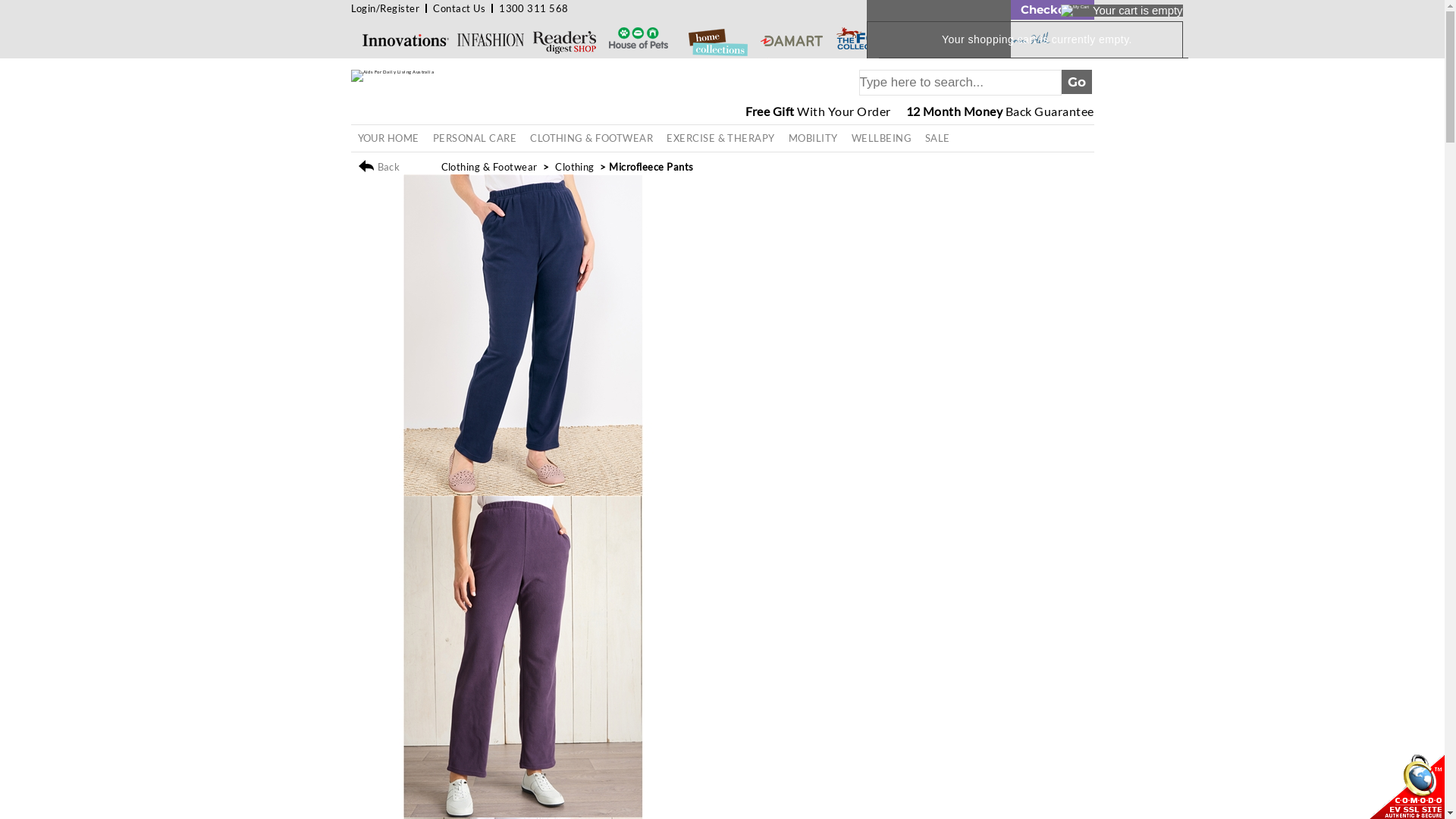 Image resolution: width=1456 pixels, height=819 pixels. Describe the element at coordinates (384, 8) in the screenshot. I see `'Login/Register'` at that location.